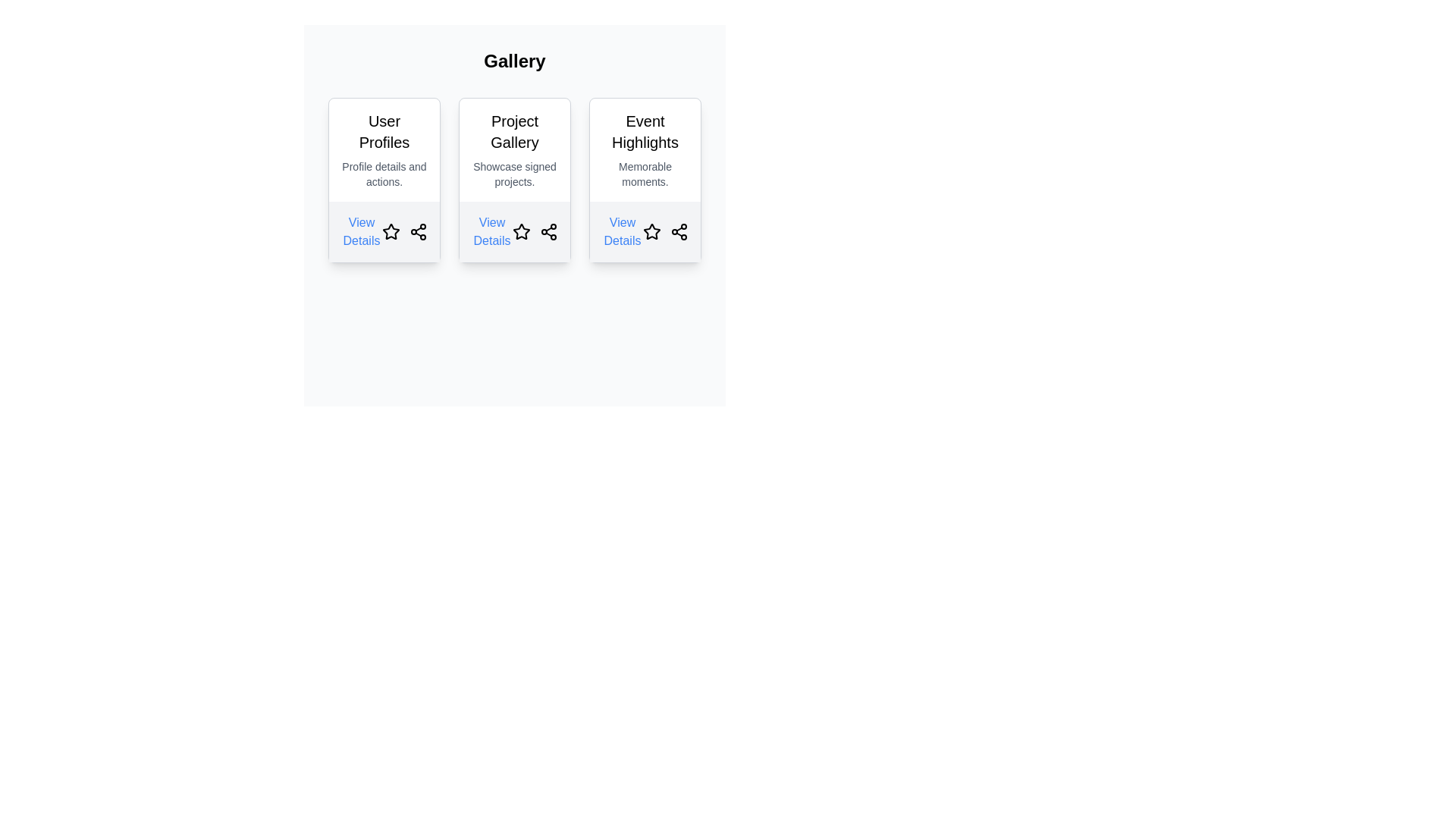 The height and width of the screenshot is (819, 1456). I want to click on the 'User Profiles' text label, which is prominently styled in bold font and located at the top-left section of the interface, within the leftmost card above additional descriptive text, so click(384, 130).